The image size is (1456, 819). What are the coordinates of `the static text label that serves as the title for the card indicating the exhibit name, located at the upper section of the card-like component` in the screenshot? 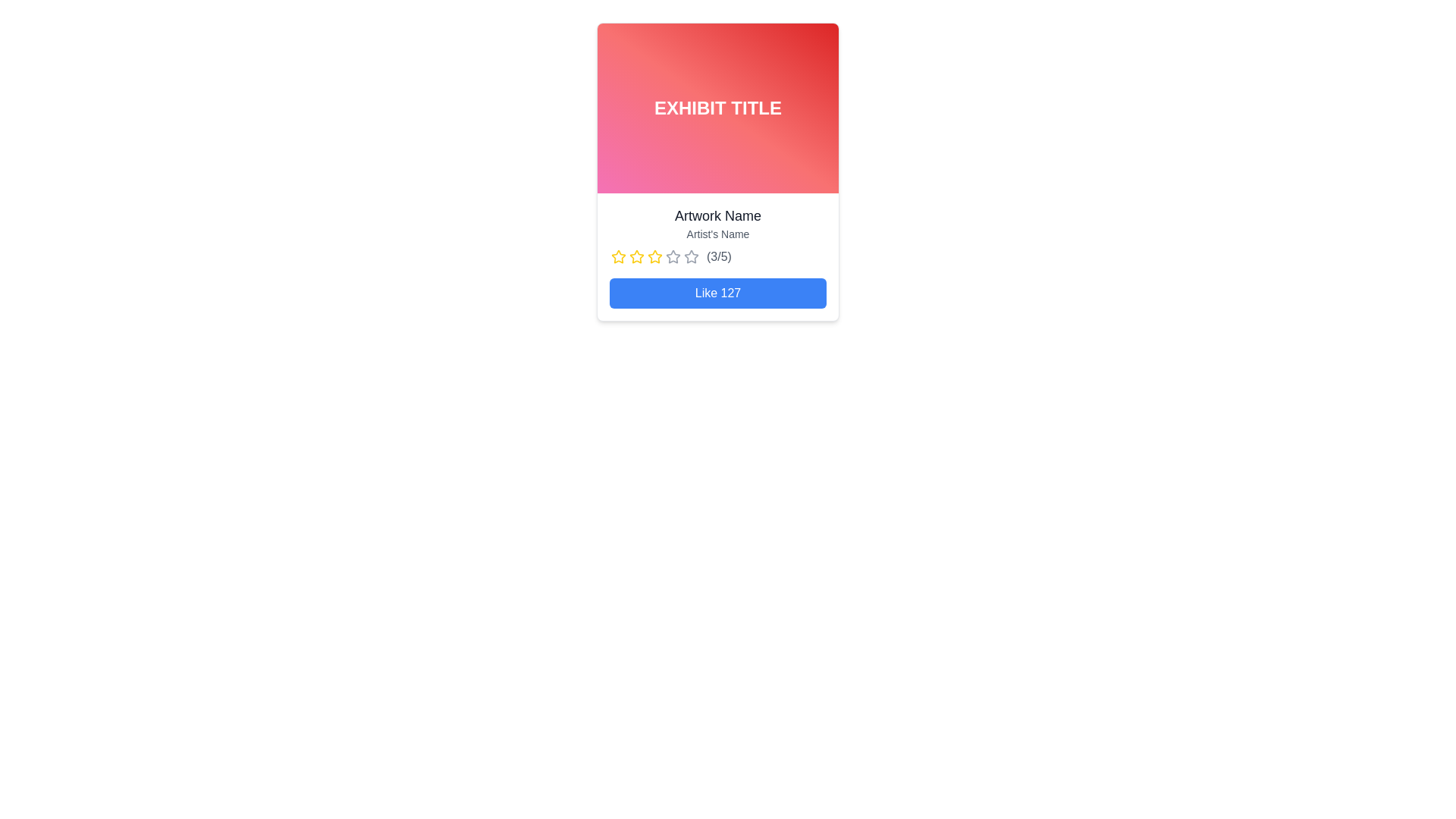 It's located at (717, 107).